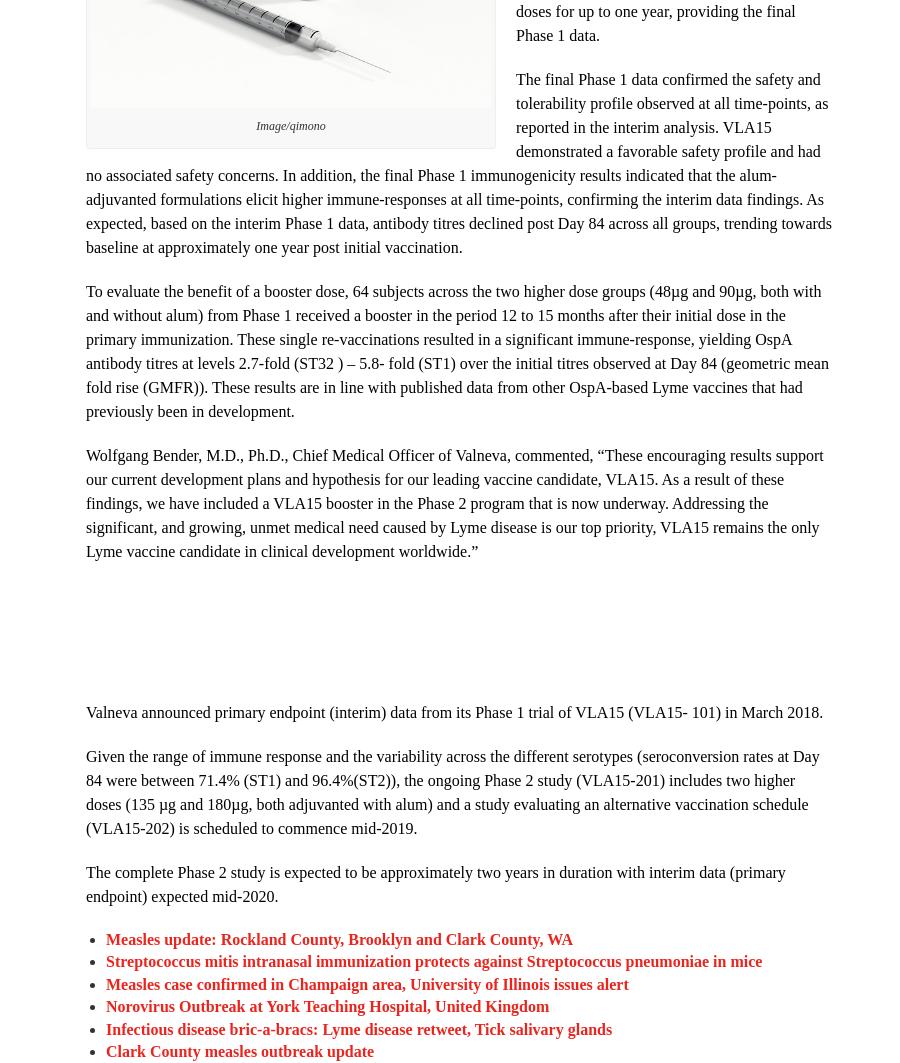 The width and height of the screenshot is (900, 1063). What do you see at coordinates (85, 502) in the screenshot?
I see `'Wolfgang Bender, M.D., Ph.D., Chief Medical Officer of Valneva, commented, “These encouraging results support our current development plans and hypothesis for our leading vaccine candidate, VLA15. As a result of these findings, we have included a VLA15 booster in the Phase 2 program that is now underway. Addressing the significant, and growing, unmet medical need caused by Lyme disease is our top priority, VLA15 remains the only Lyme vaccine candidate in clinical development worldwide.”'` at bounding box center [85, 502].